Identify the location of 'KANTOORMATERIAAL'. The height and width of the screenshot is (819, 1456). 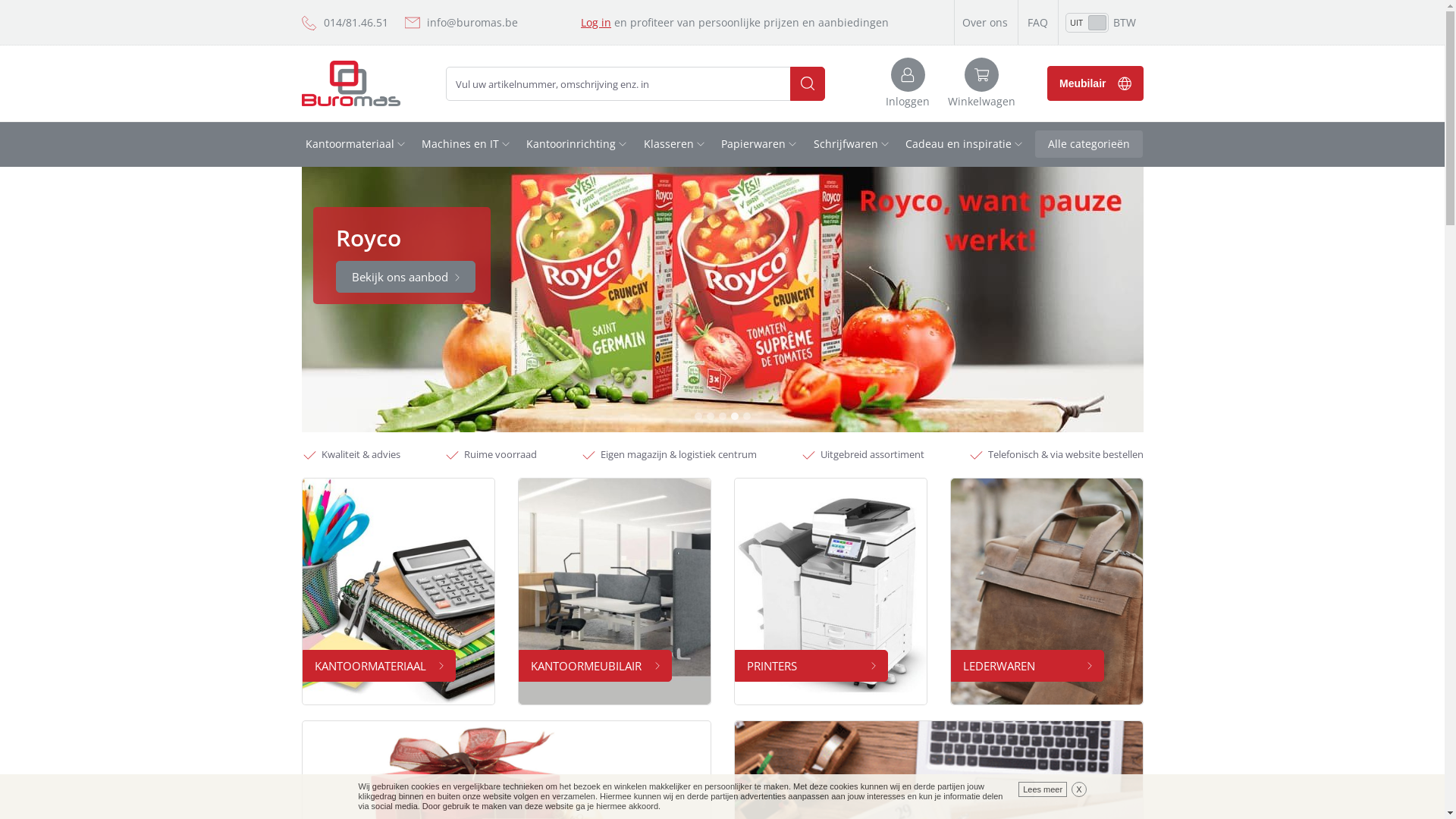
(378, 665).